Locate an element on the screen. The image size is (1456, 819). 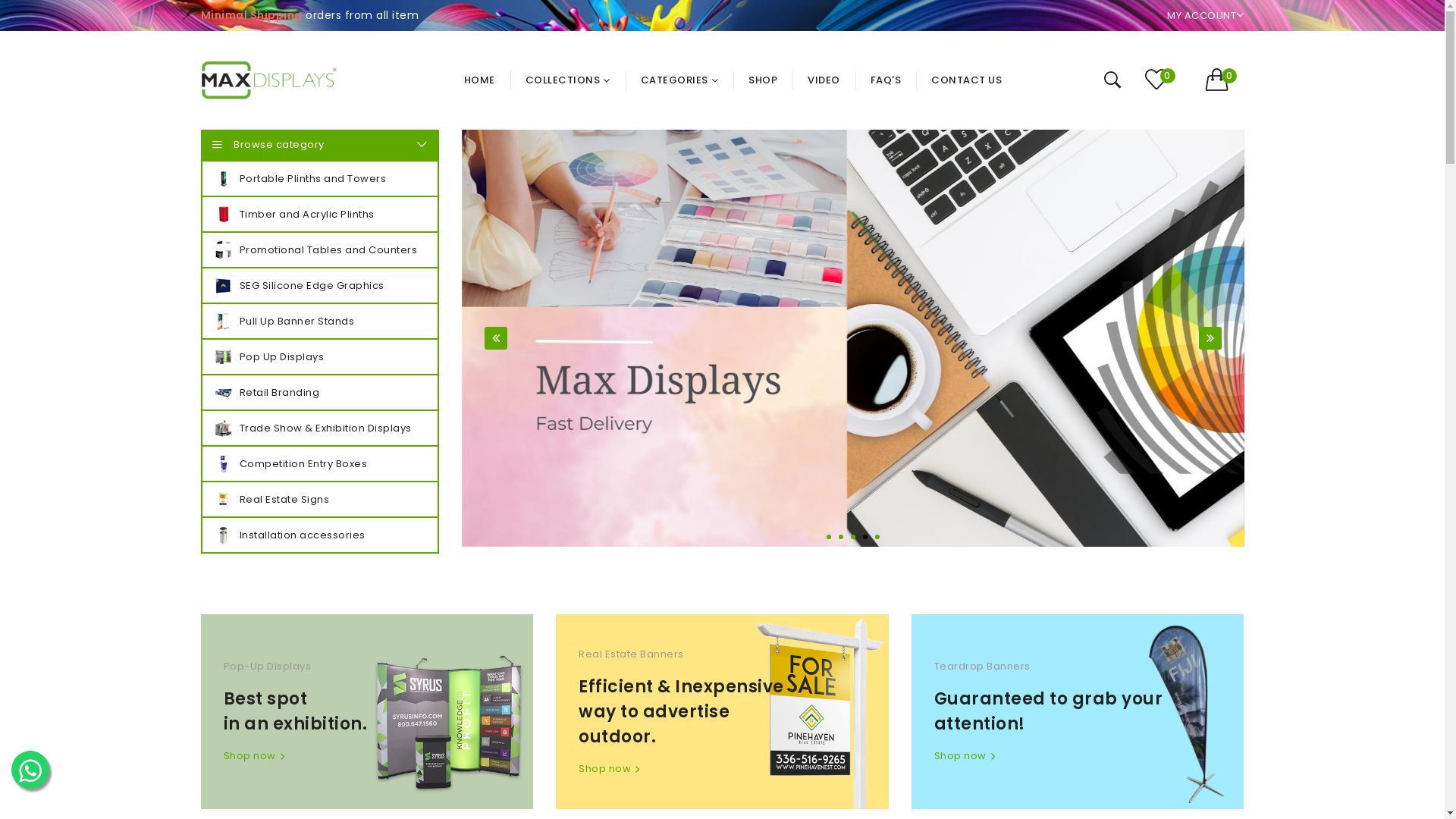
'FAQ'S' is located at coordinates (886, 80).